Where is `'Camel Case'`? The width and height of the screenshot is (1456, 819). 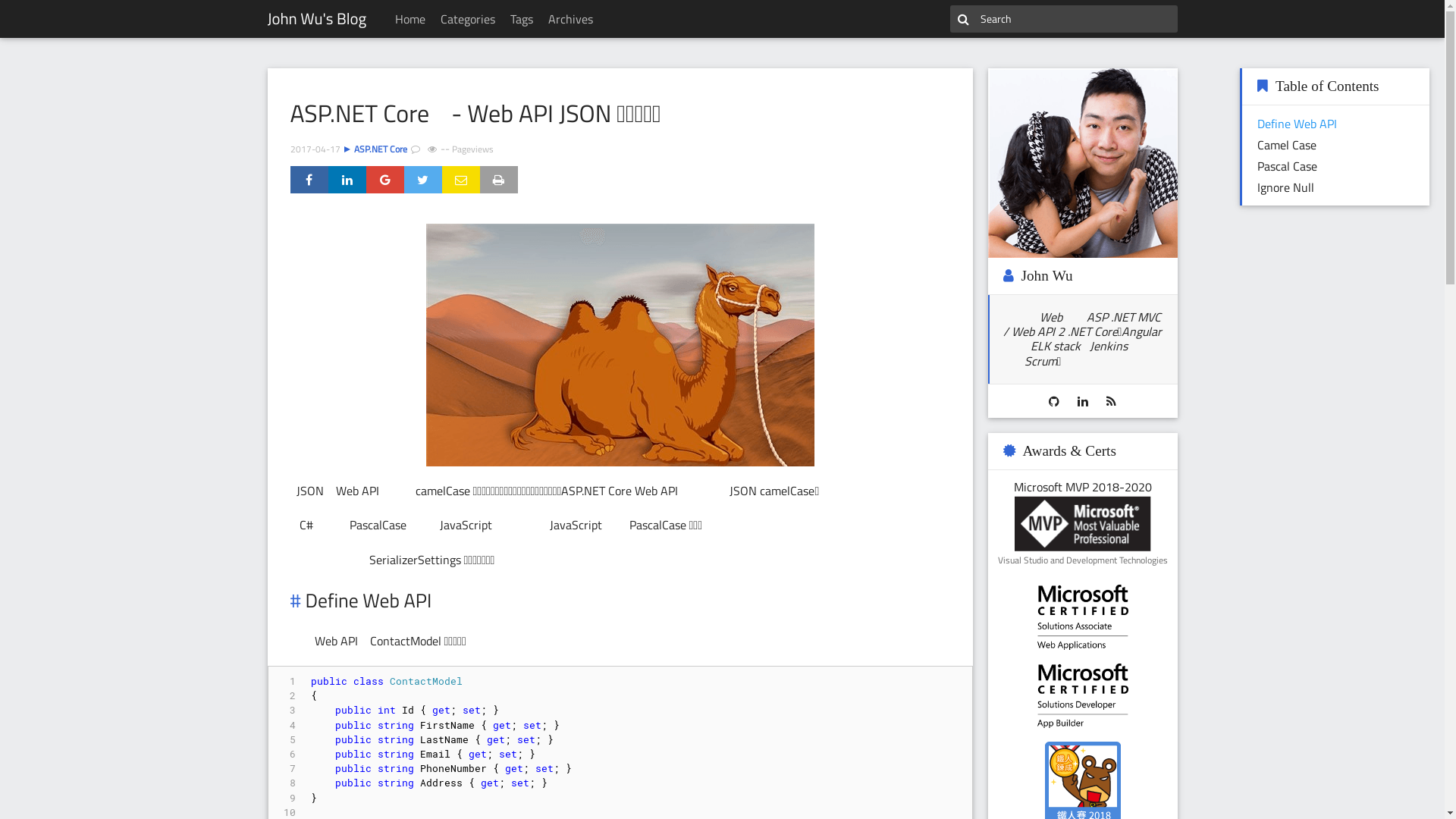
'Camel Case' is located at coordinates (1286, 145).